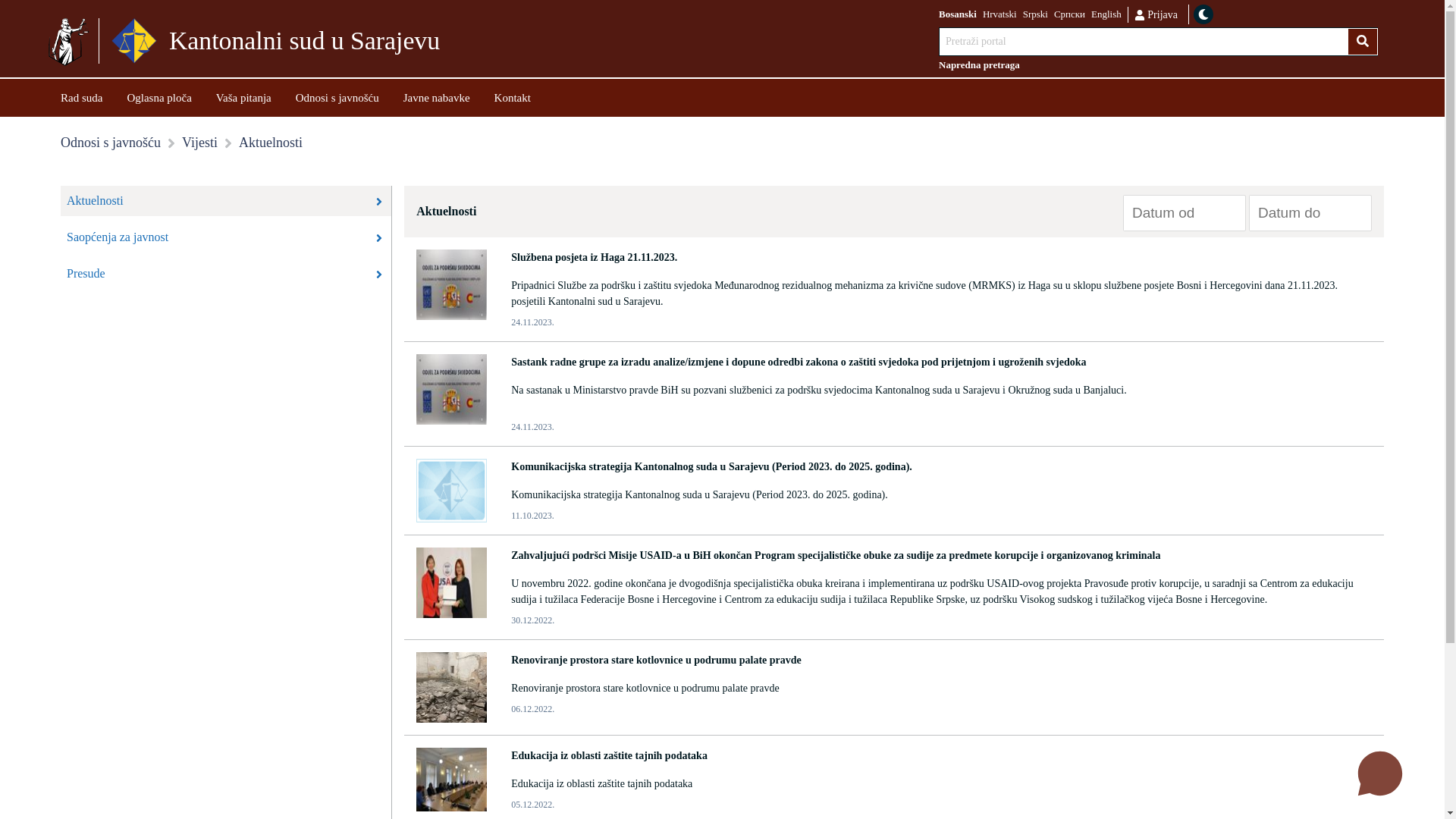  What do you see at coordinates (199, 143) in the screenshot?
I see `'Vijesti'` at bounding box center [199, 143].